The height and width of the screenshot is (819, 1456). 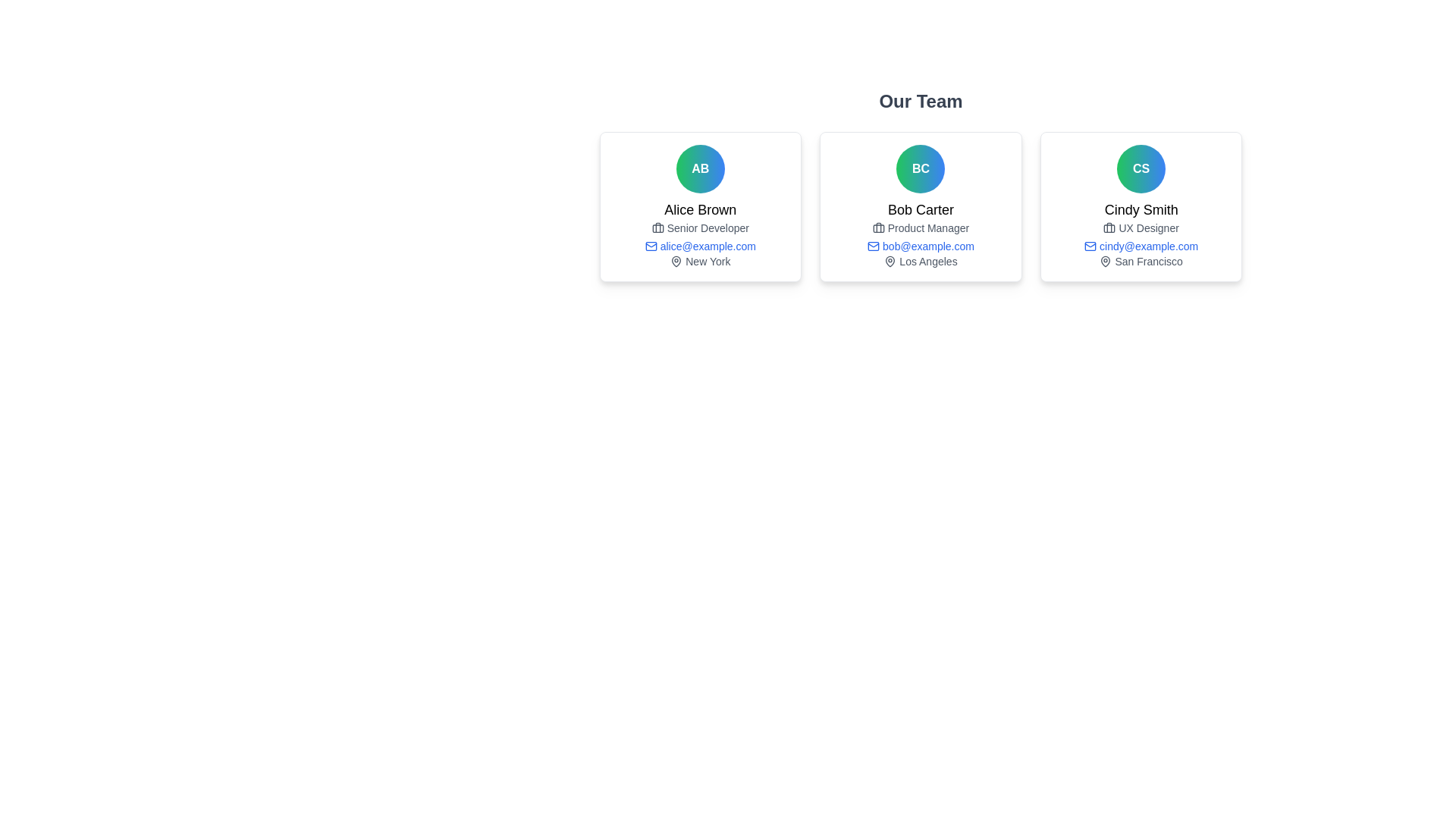 I want to click on the text 'New York' or the accompanying map pin icon at the bottom of the user card for Alice Brown, so click(x=699, y=260).